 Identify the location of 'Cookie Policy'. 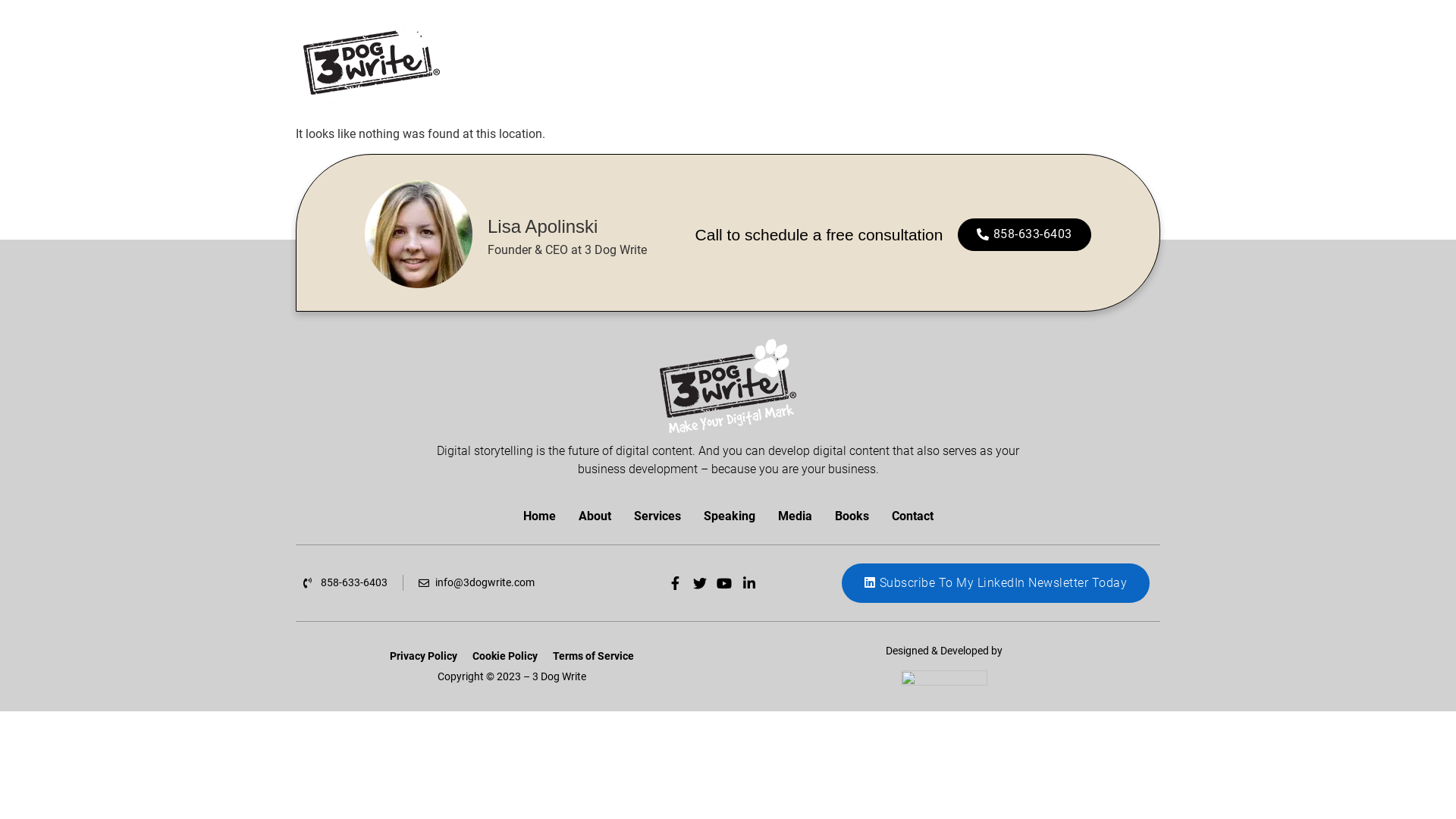
(464, 654).